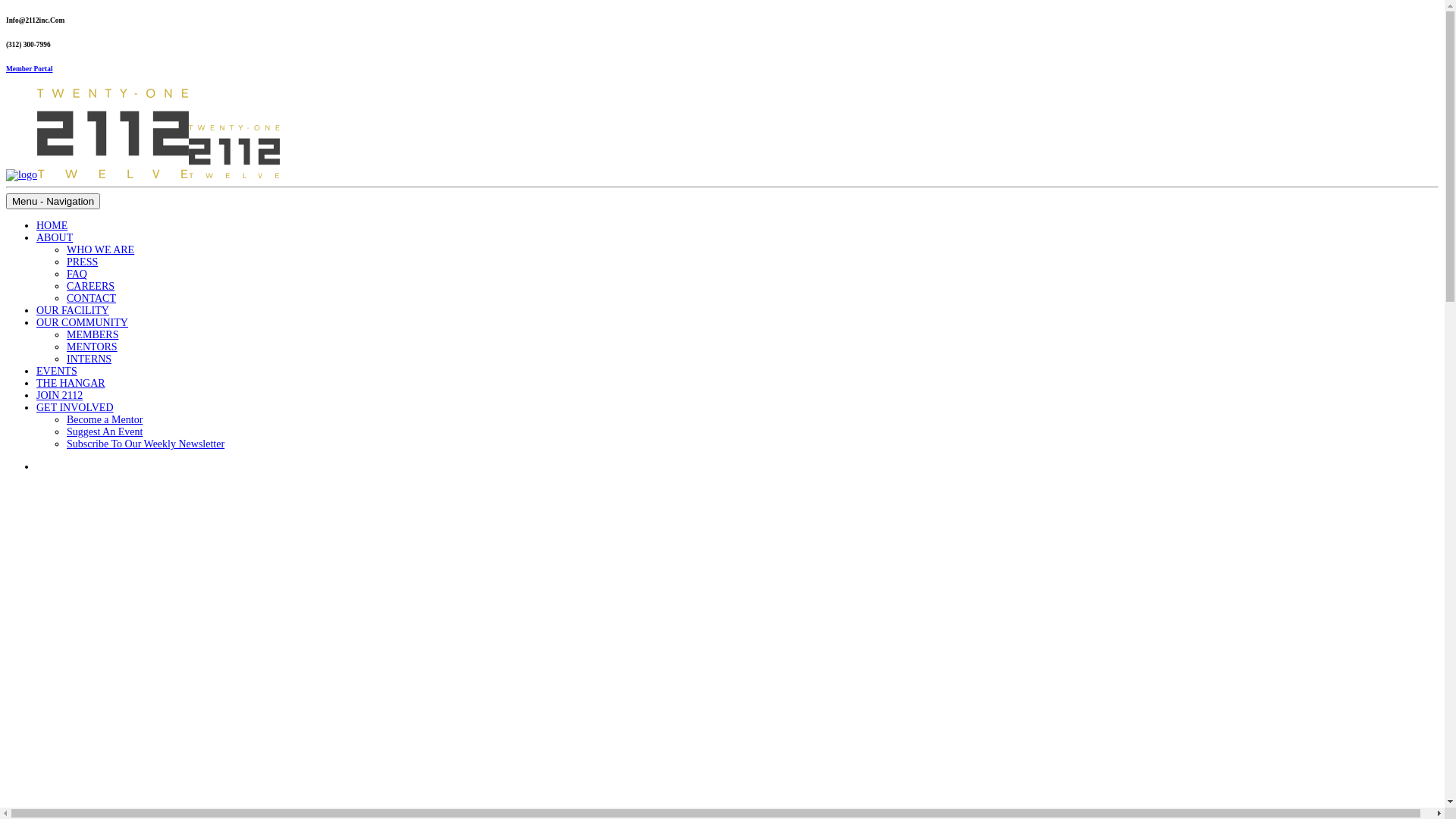  What do you see at coordinates (53, 200) in the screenshot?
I see `'Menu - Navigation'` at bounding box center [53, 200].